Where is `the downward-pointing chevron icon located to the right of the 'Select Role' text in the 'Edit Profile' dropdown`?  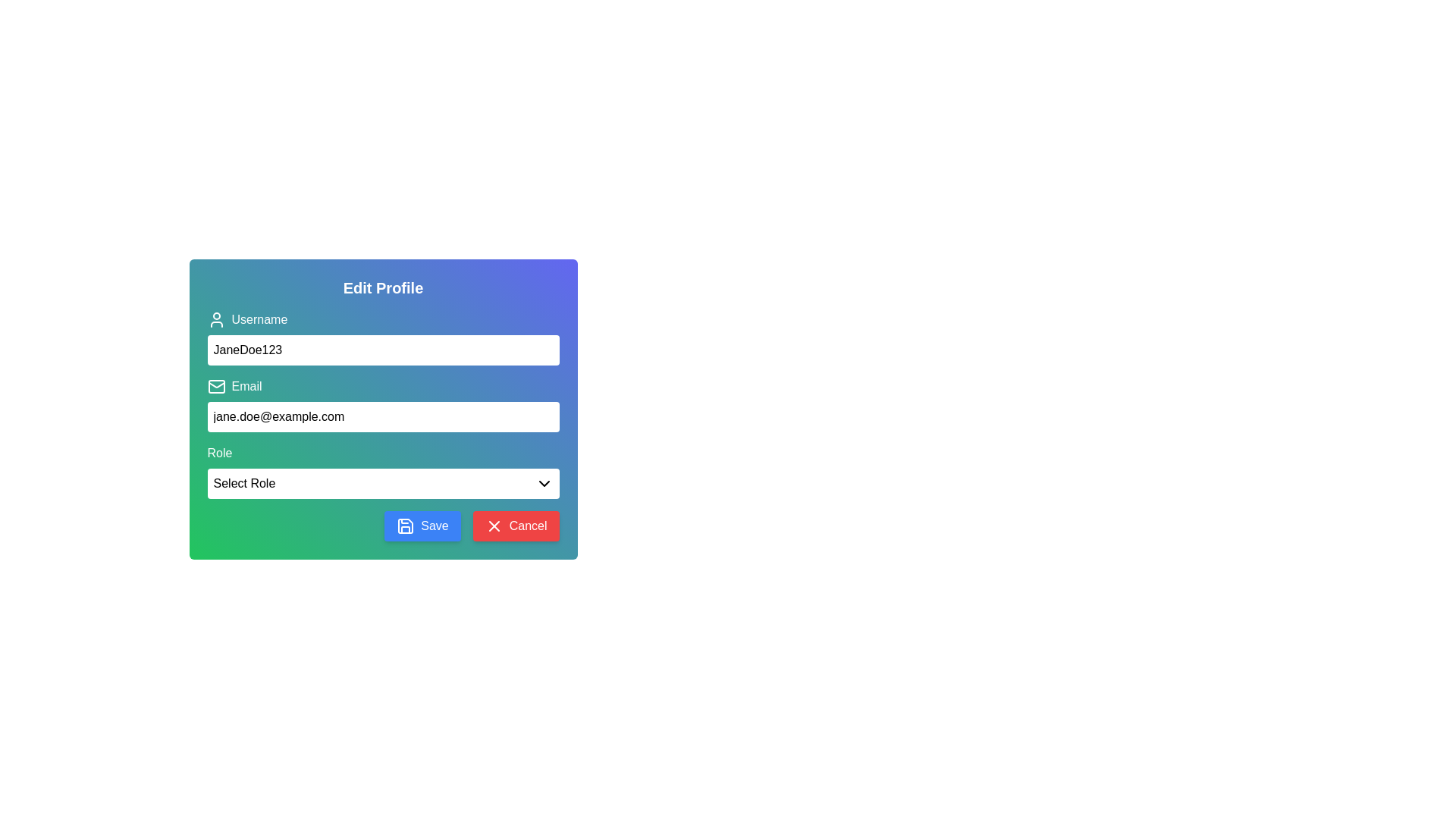 the downward-pointing chevron icon located to the right of the 'Select Role' text in the 'Edit Profile' dropdown is located at coordinates (544, 483).